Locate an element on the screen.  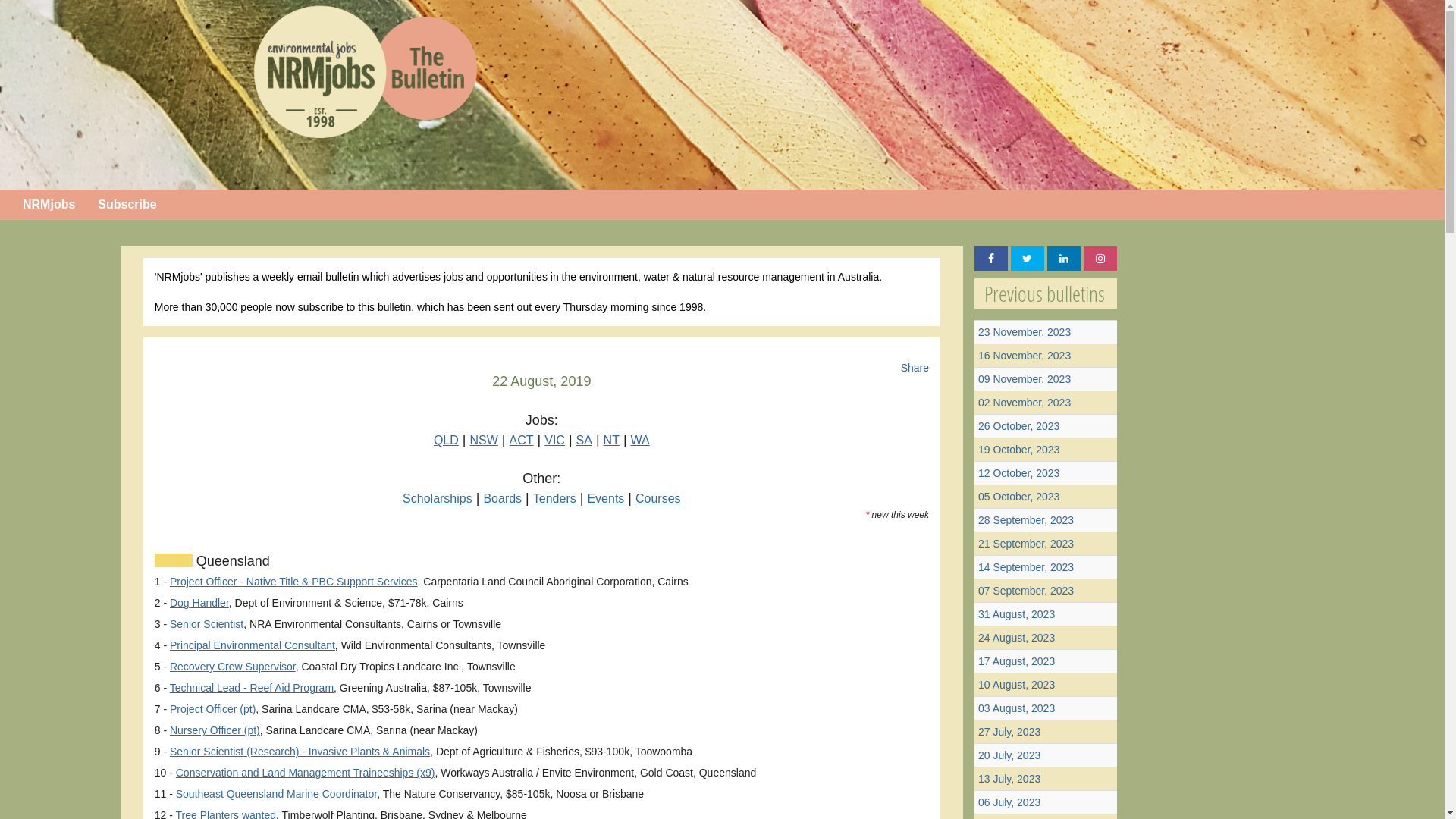
'07 September, 2023' is located at coordinates (1026, 590).